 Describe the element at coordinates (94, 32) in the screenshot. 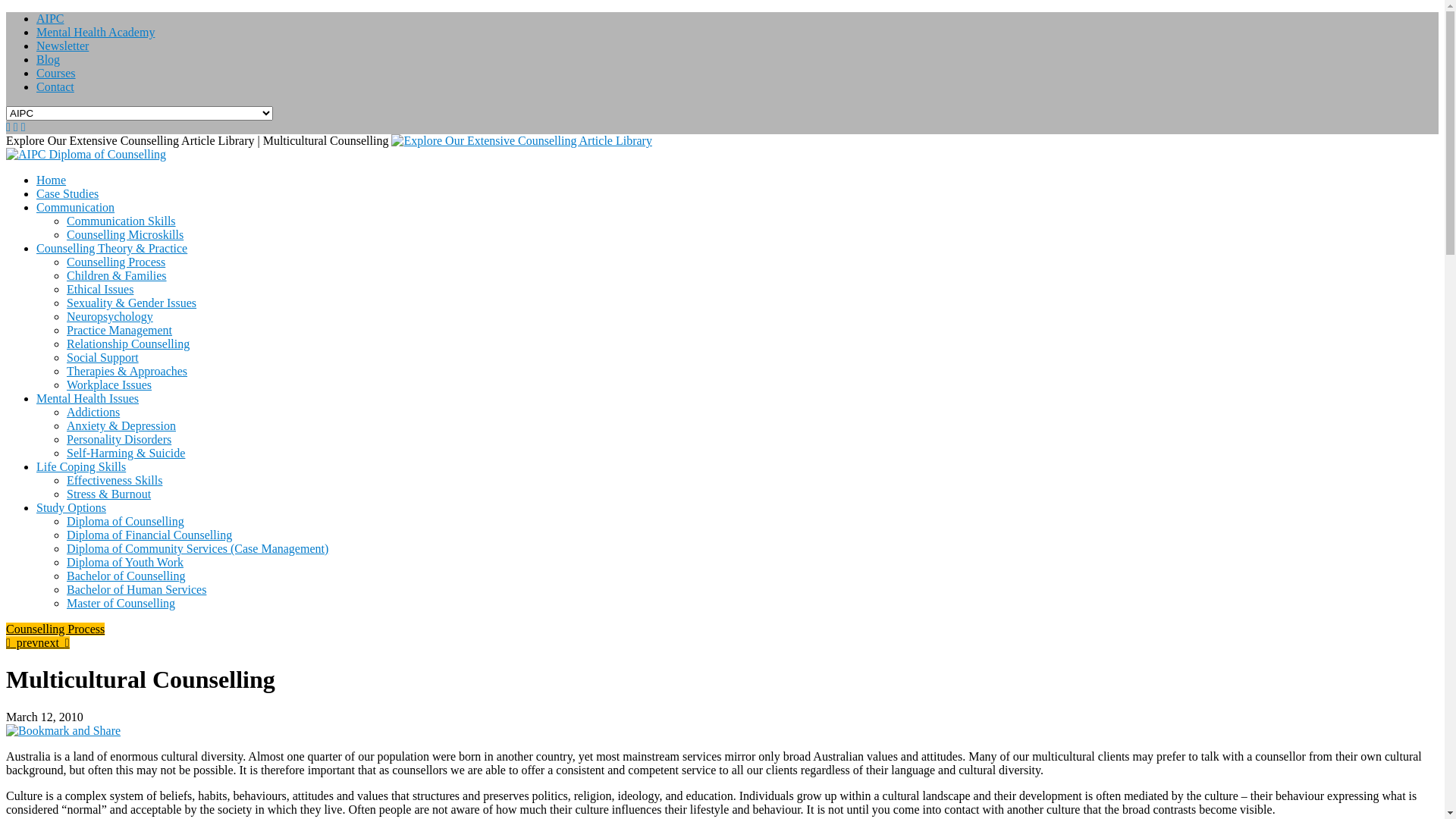

I see `'Mental Health Academy'` at that location.